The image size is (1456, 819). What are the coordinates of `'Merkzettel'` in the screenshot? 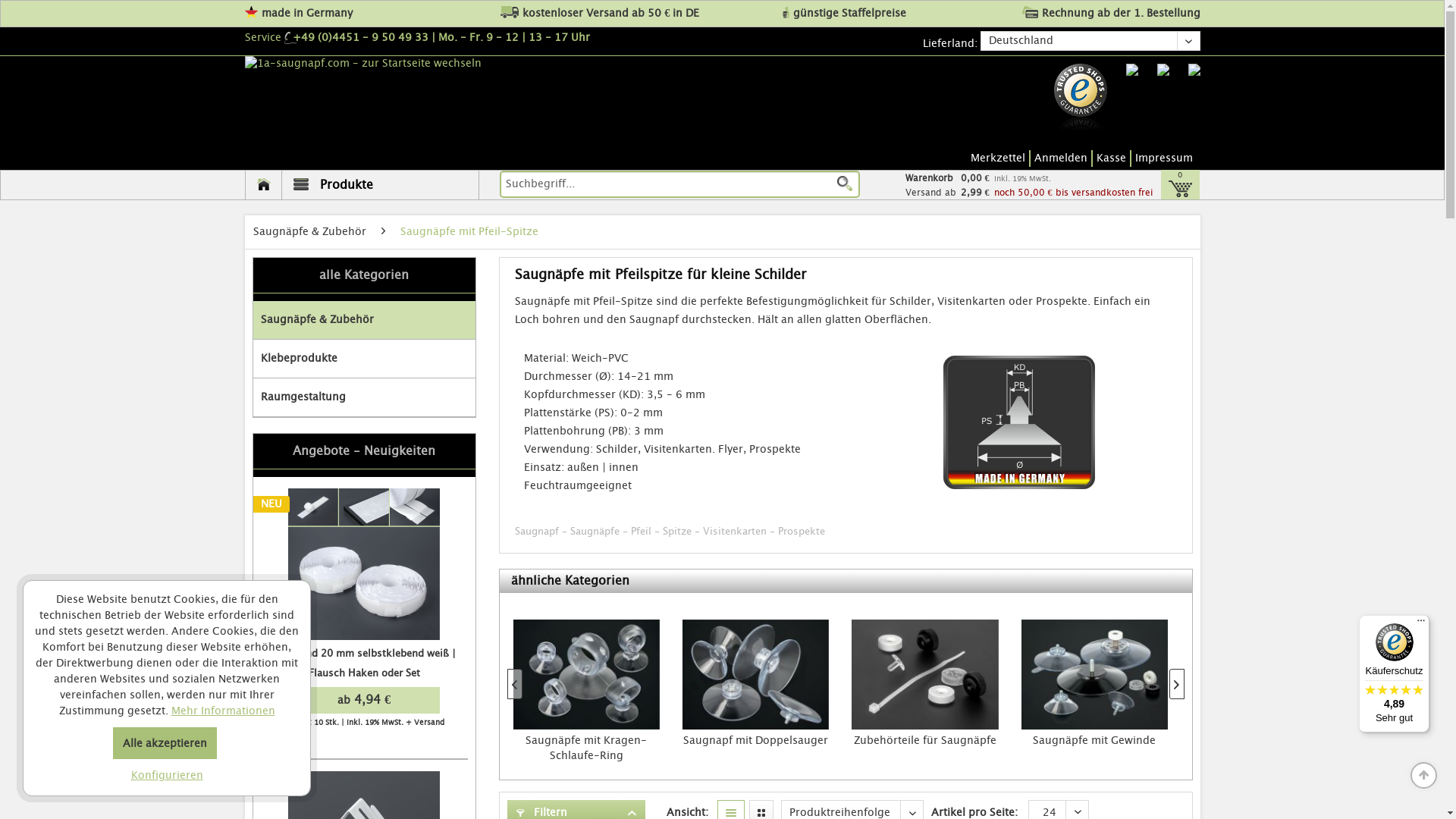 It's located at (1000, 158).